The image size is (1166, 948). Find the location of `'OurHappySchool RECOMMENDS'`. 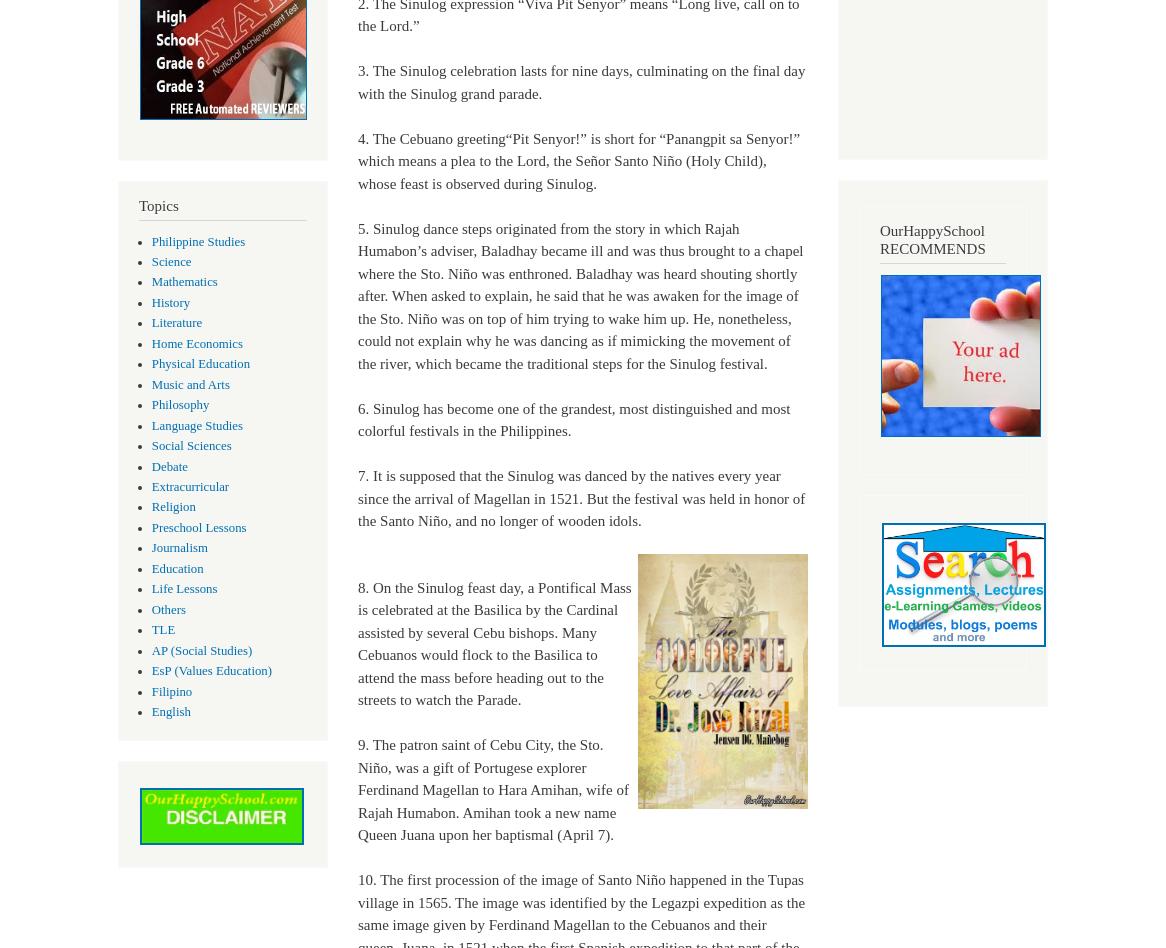

'OurHappySchool RECOMMENDS' is located at coordinates (878, 238).